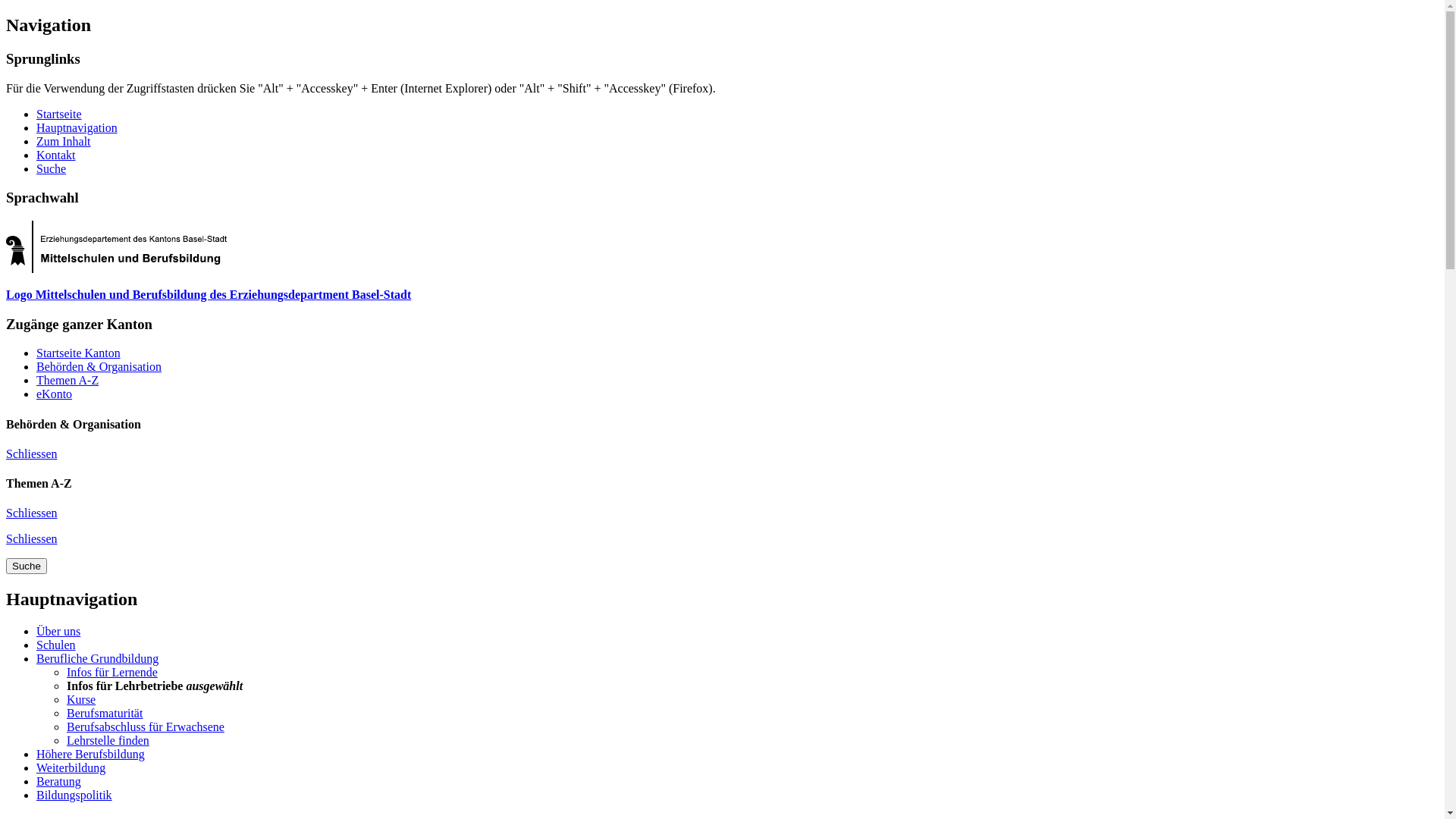 Image resolution: width=1456 pixels, height=819 pixels. Describe the element at coordinates (58, 113) in the screenshot. I see `'Startseite'` at that location.